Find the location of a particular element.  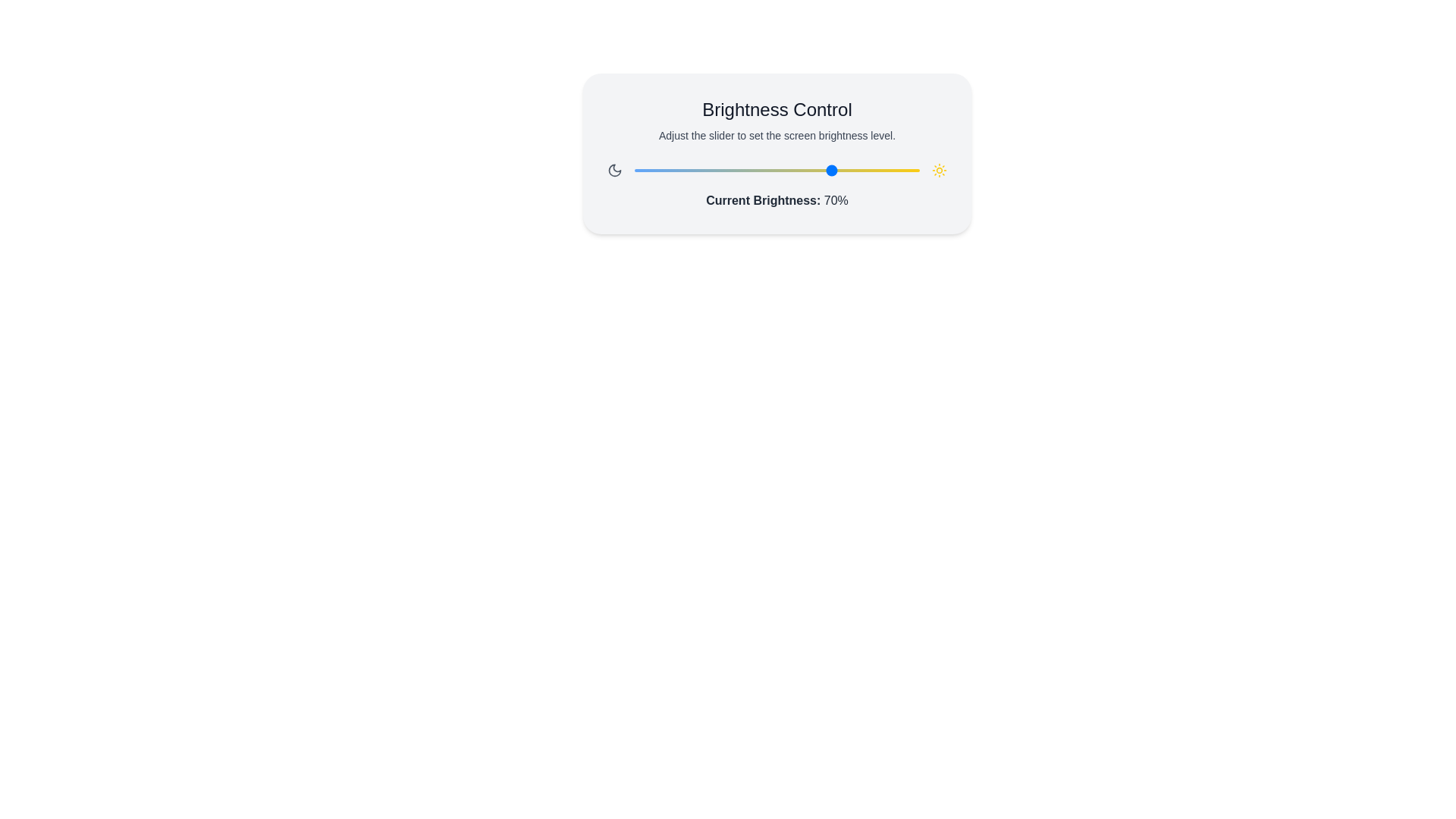

the brightness slider to 10% is located at coordinates (663, 170).